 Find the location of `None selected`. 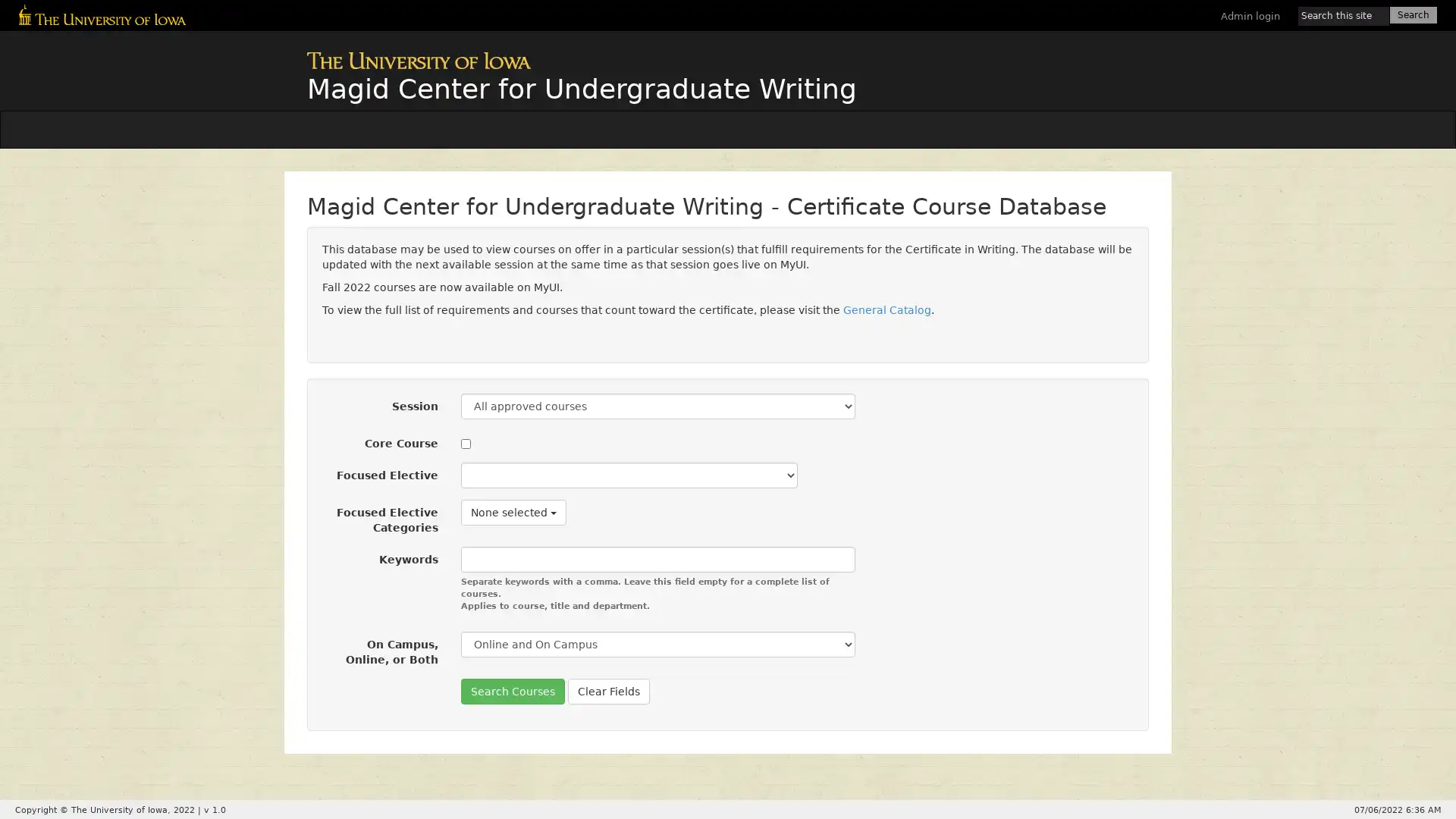

None selected is located at coordinates (513, 512).